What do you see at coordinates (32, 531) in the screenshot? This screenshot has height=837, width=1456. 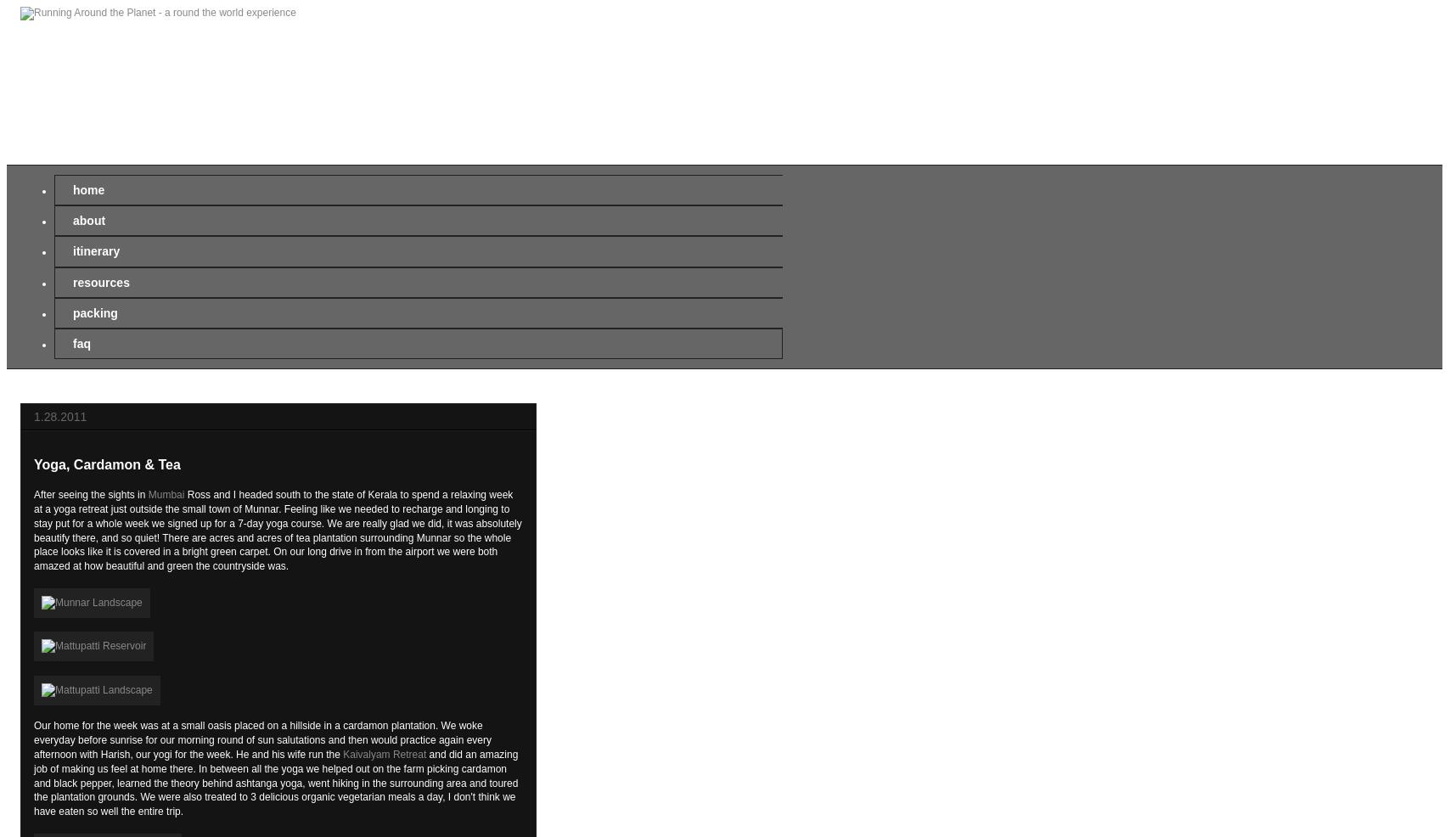 I see `'Ross and I headed south to the state of Kerala to spend a relaxing week at a yoga retreat just outside the small town of Munnar.  Feeling like we needed to recharge and longing to stay put for a whole week we signed up for a 7-day yoga course.  We are really glad we did, it was absolutely beautify there, and so quiet!  There are acres and acres of tea plantation surrounding Munnar so the whole place looks like it is covered in a bright green carpet.  On our long drive in from the airport we were both amazed at how beautiful and green the countryside was.'` at bounding box center [32, 531].